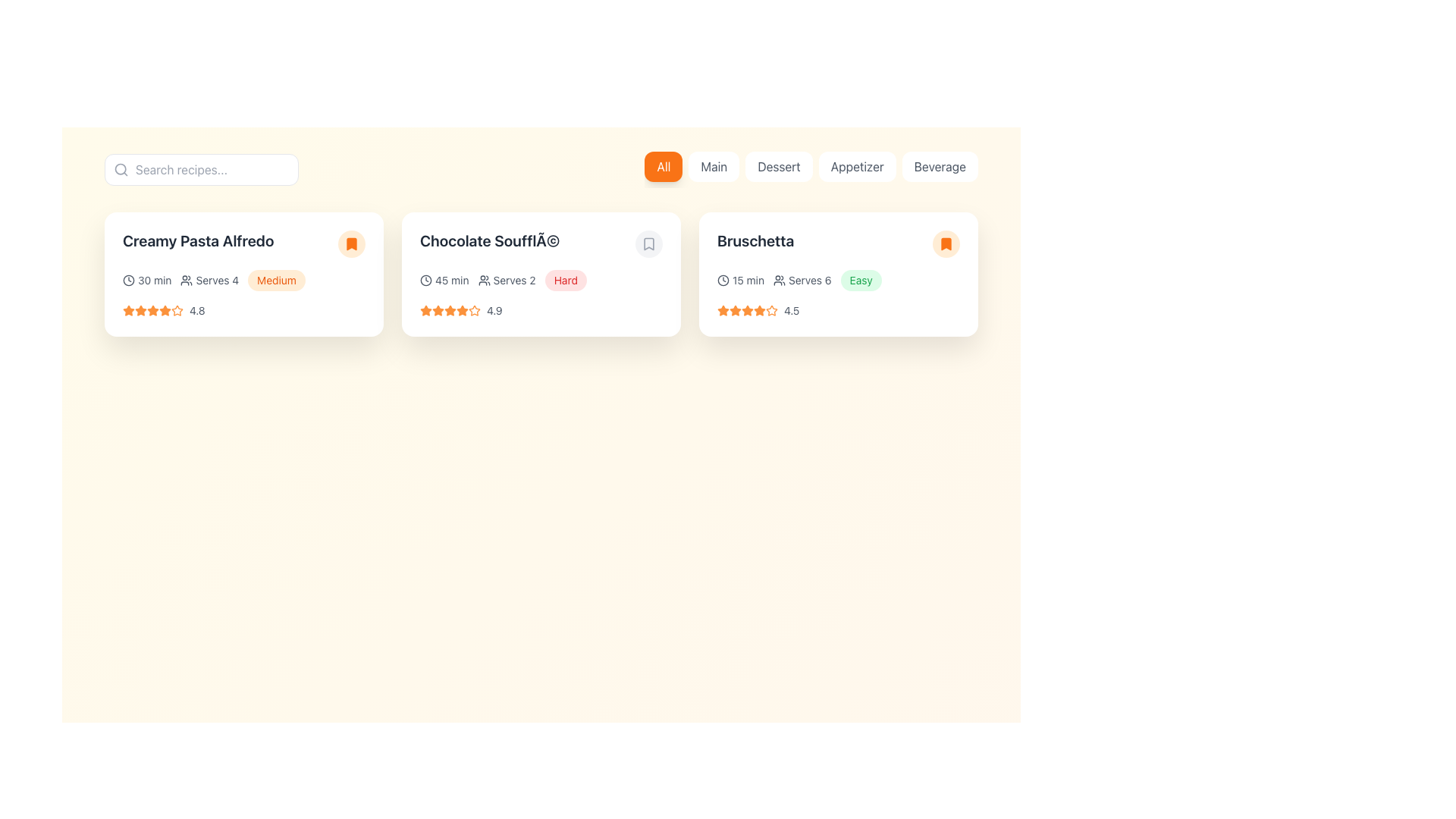  Describe the element at coordinates (837, 309) in the screenshot. I see `the rating information displayed for the 'Bruschetta' recipe, located at the bottom part of the recipe card beneath the duration and serving information` at that location.